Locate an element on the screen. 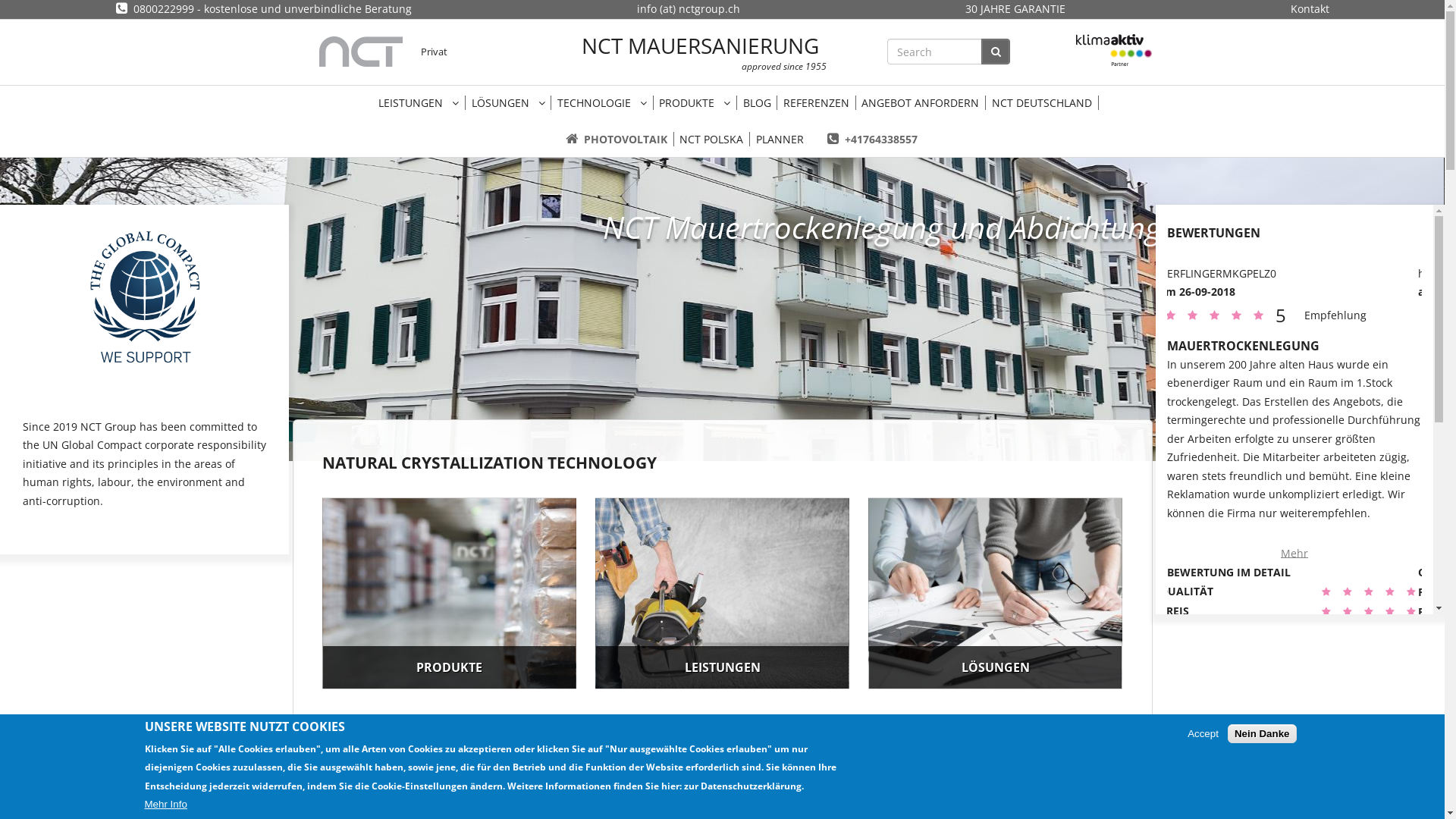 This screenshot has height=819, width=1456. 'BLOG' is located at coordinates (736, 102).